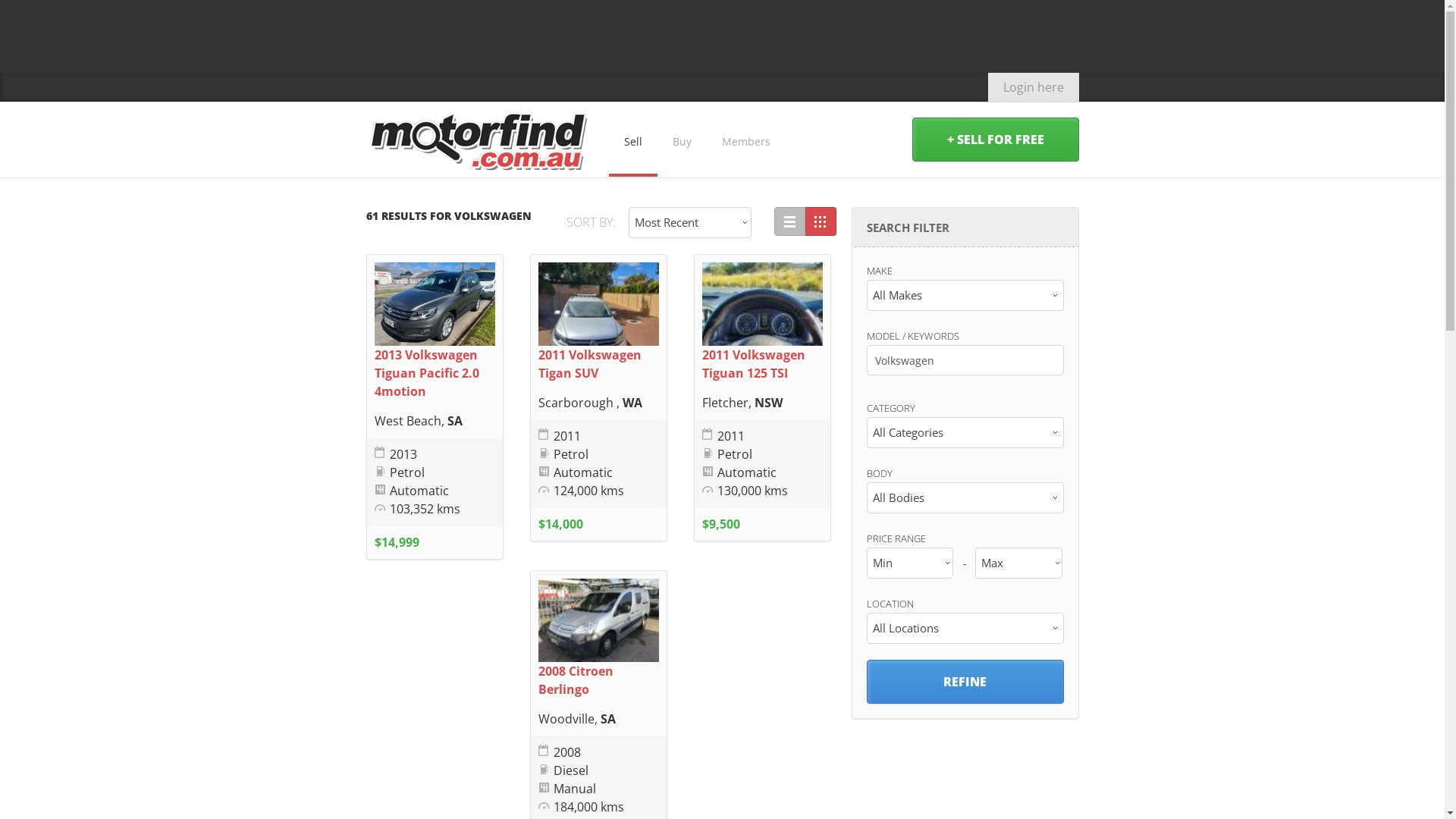 The image size is (1456, 819). What do you see at coordinates (994, 140) in the screenshot?
I see `'+ SELL FOR FREE'` at bounding box center [994, 140].